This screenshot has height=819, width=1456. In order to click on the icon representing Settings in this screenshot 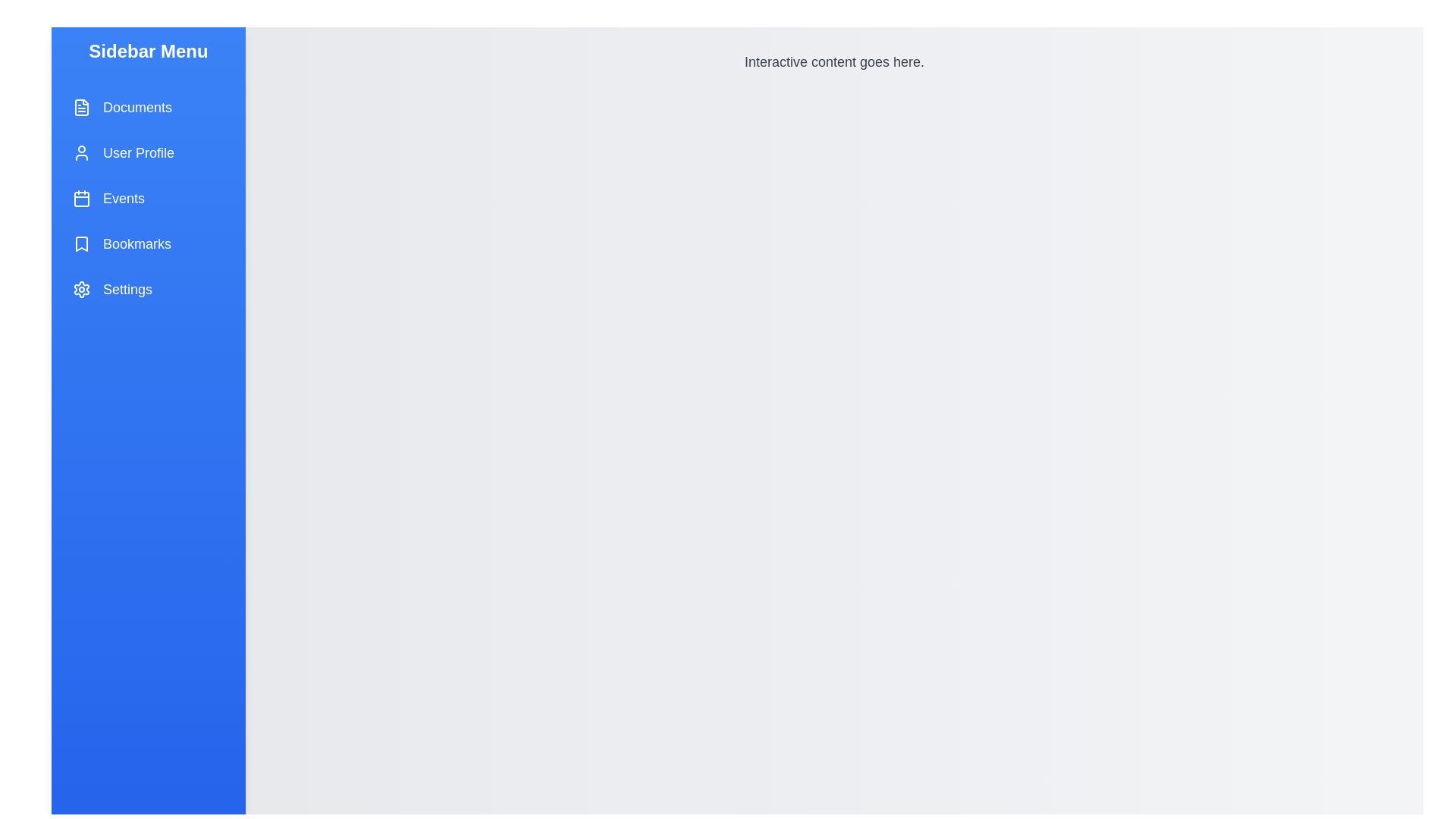, I will do `click(81, 289)`.